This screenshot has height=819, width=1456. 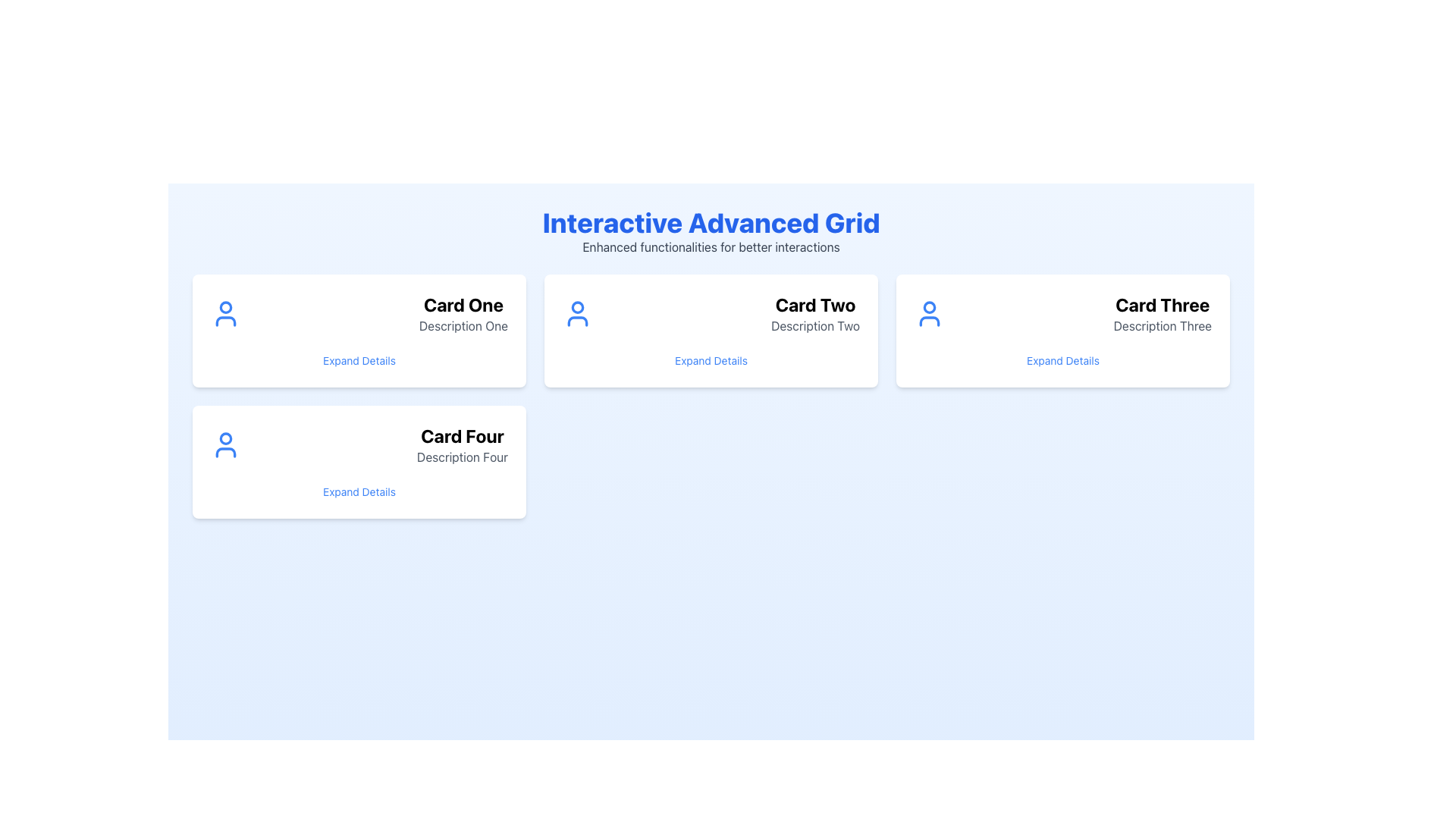 What do you see at coordinates (463, 325) in the screenshot?
I see `the description text element located within 'Card One', positioned below the heading and above 'Expand Details'` at bounding box center [463, 325].